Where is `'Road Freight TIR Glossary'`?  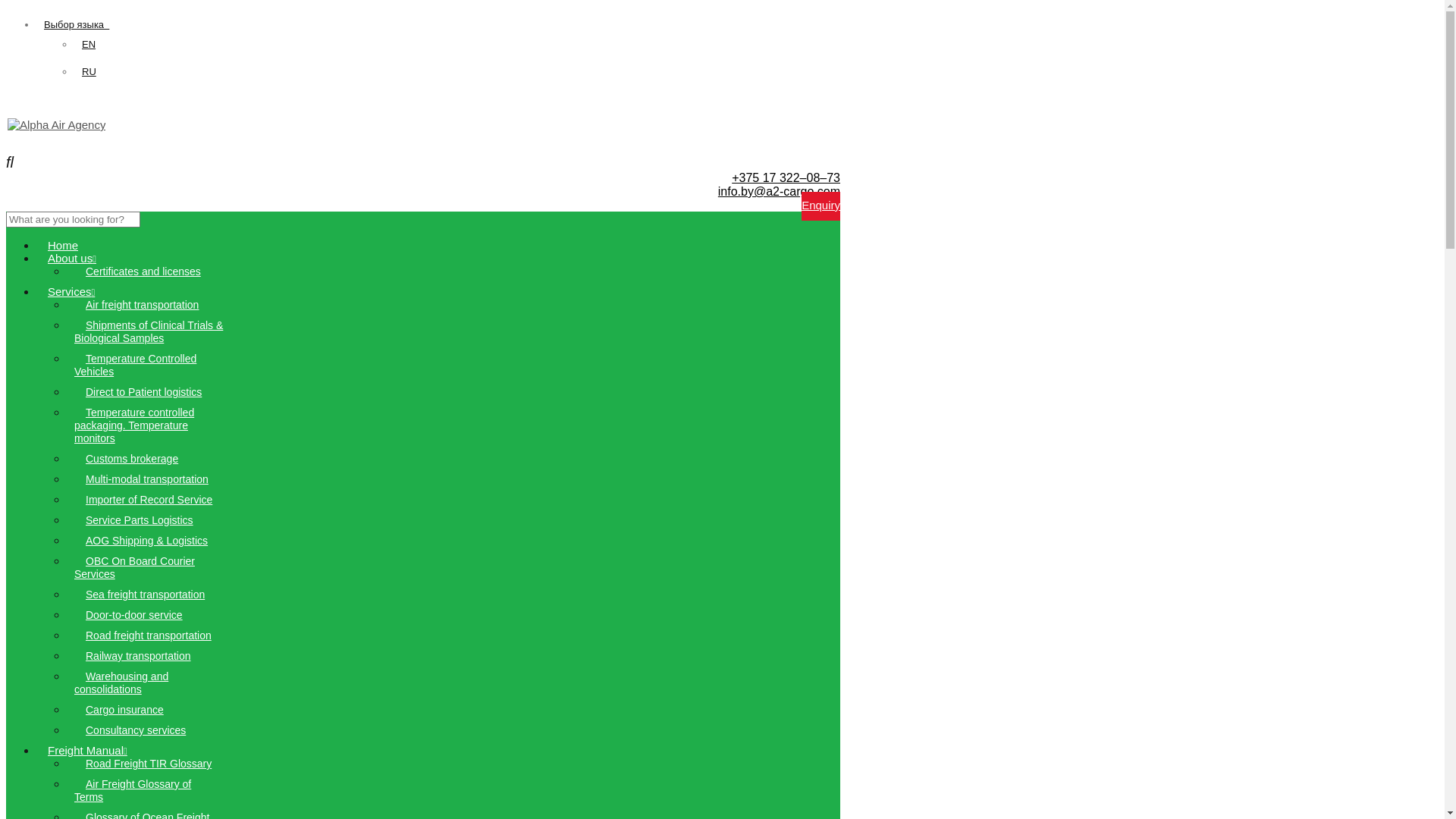
'Road Freight TIR Glossary' is located at coordinates (149, 763).